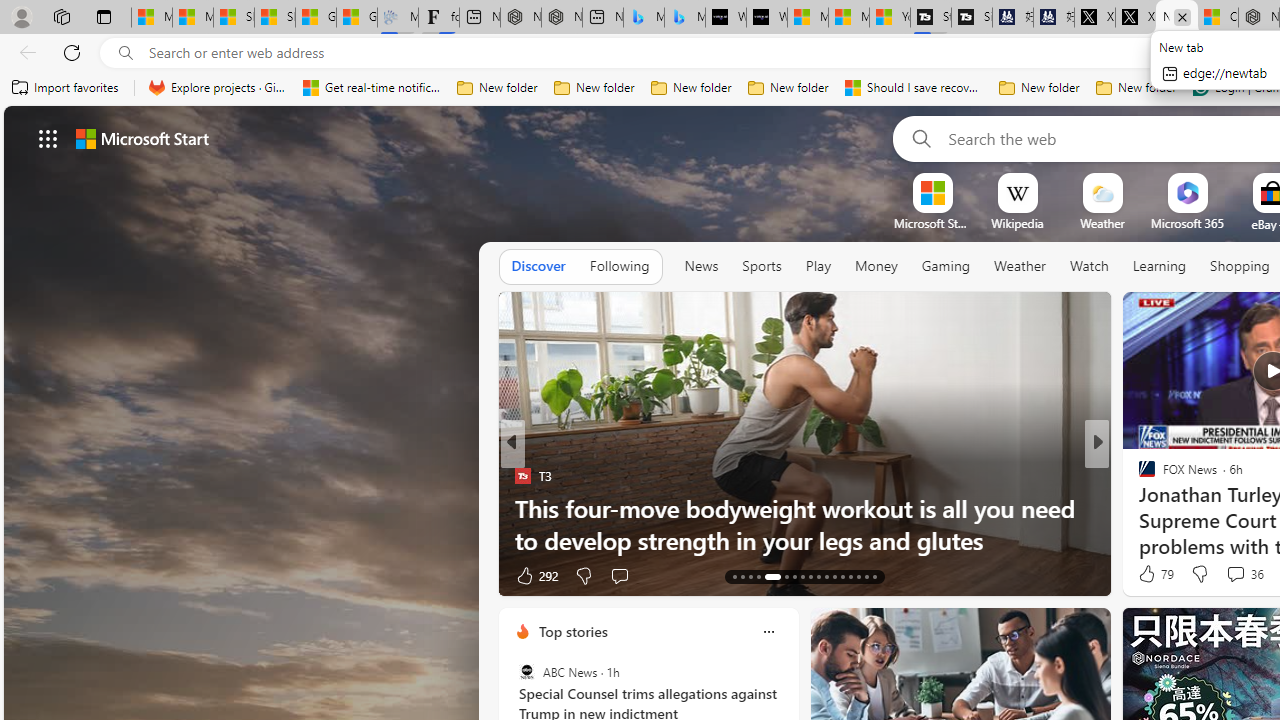 The height and width of the screenshot is (720, 1280). What do you see at coordinates (1138, 475) in the screenshot?
I see `'Live Science'` at bounding box center [1138, 475].